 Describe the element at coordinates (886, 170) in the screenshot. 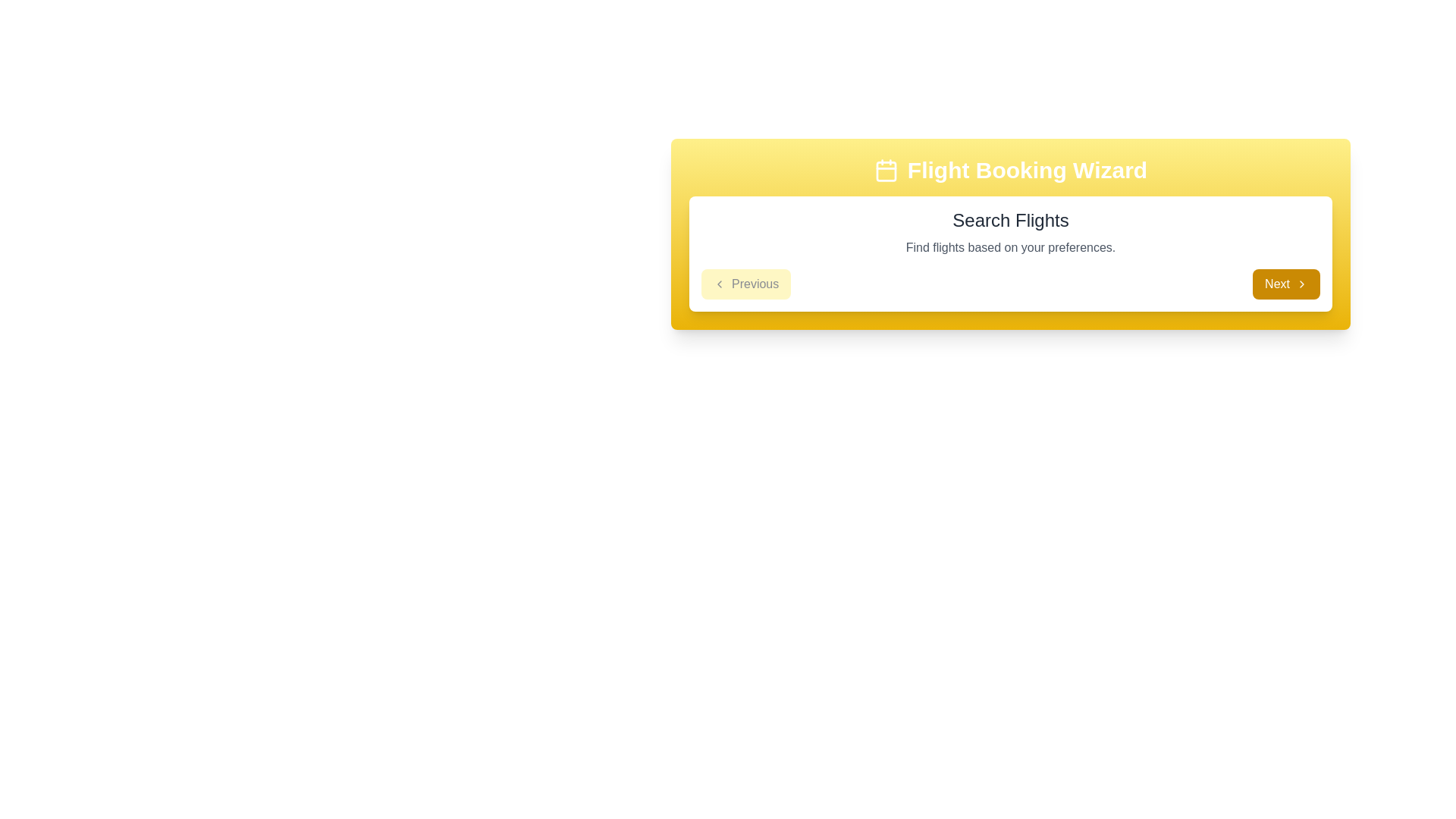

I see `the scheduling icon located at the top-left corner of the yellow gradient header bar, positioned to the left of the 'Flight Booking Wizard' label` at that location.